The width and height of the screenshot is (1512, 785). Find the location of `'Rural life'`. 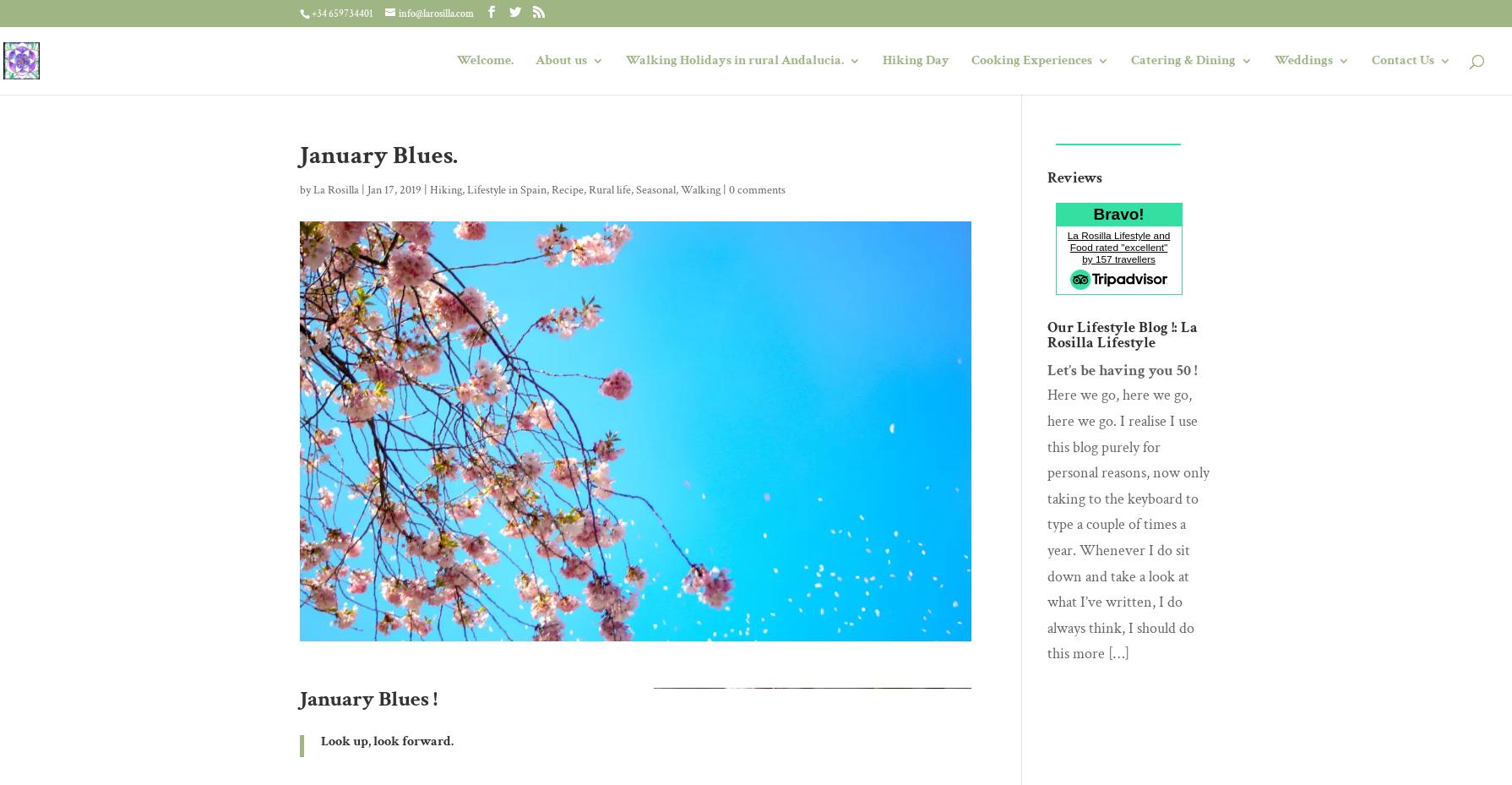

'Rural life' is located at coordinates (609, 189).